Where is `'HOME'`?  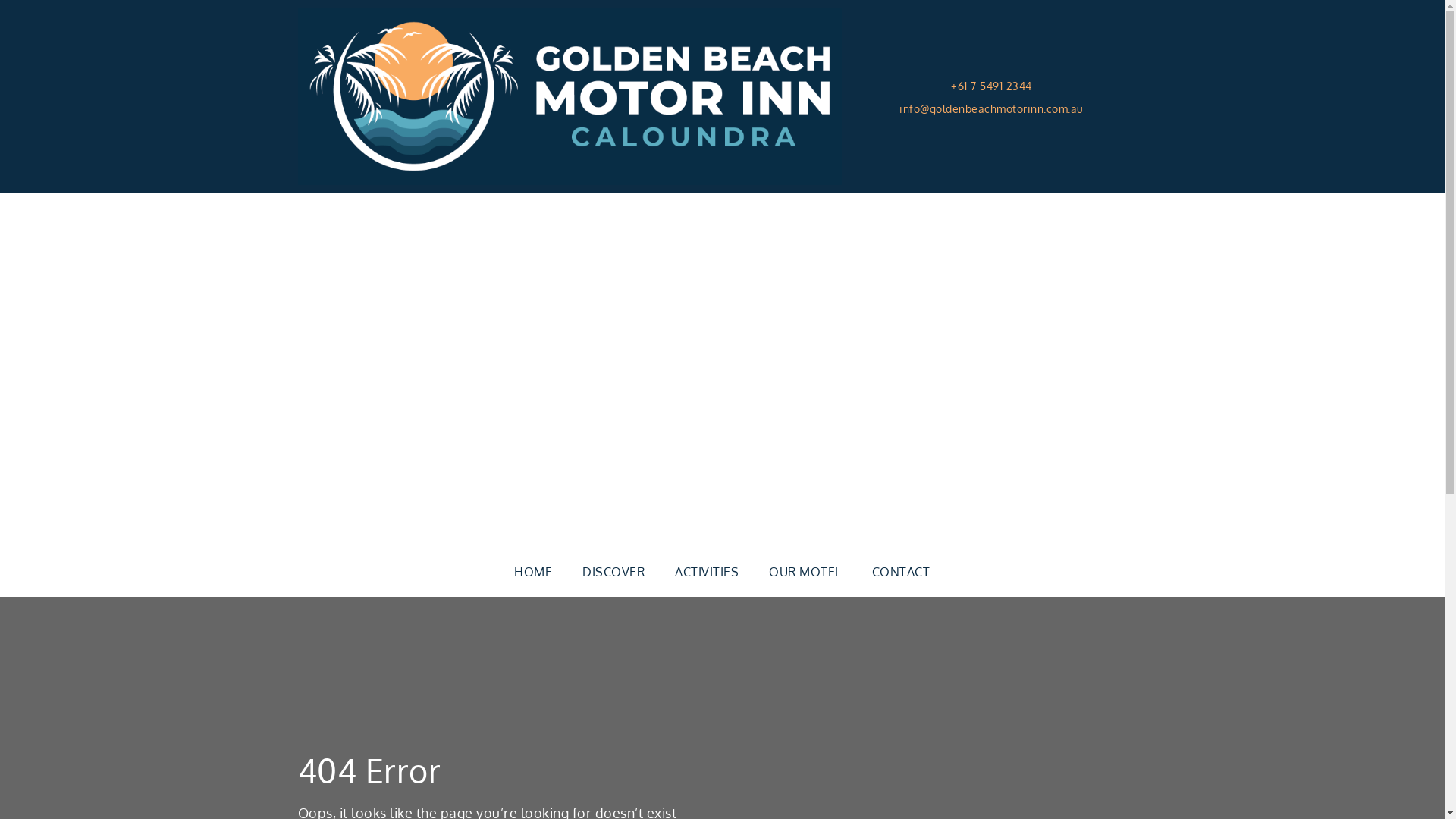 'HOME' is located at coordinates (532, 571).